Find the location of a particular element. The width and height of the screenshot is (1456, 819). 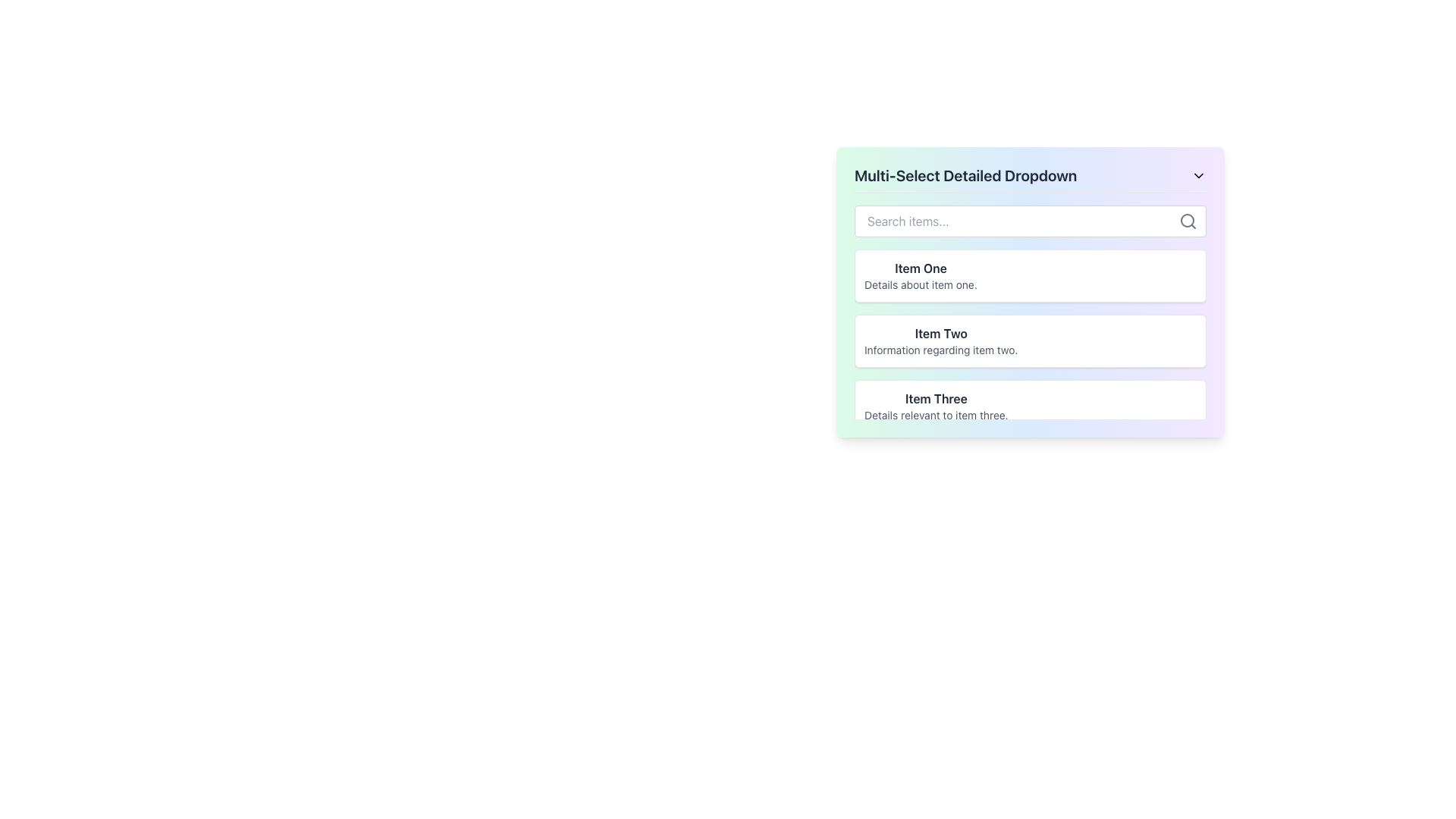

the static text label providing additional information about 'Item Three', located directly beneath the 'Item Three' label in the dropdown list is located at coordinates (935, 415).